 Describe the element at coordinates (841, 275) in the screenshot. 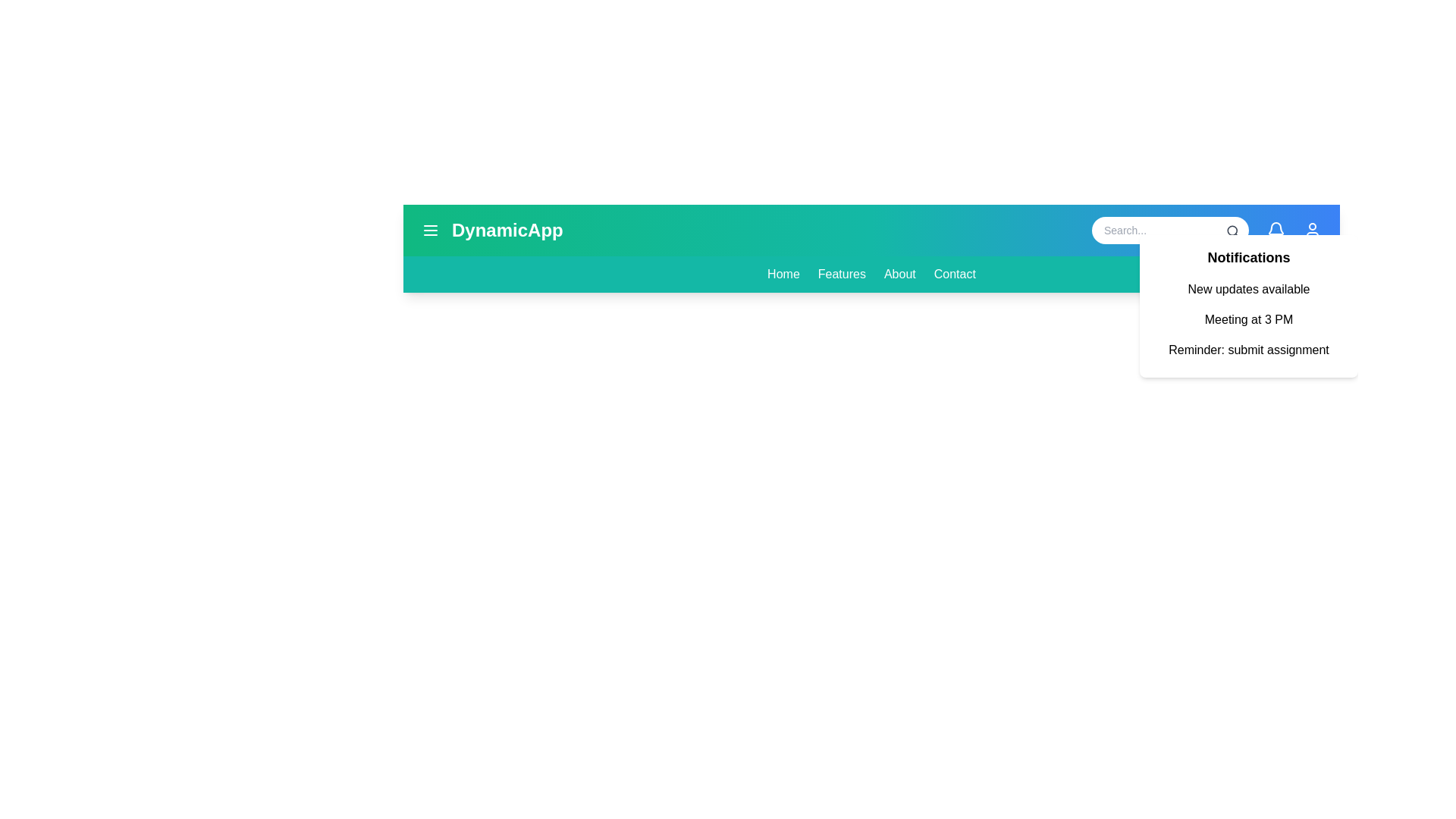

I see `the navigation menu item 'Features' to navigate to the respective section` at that location.